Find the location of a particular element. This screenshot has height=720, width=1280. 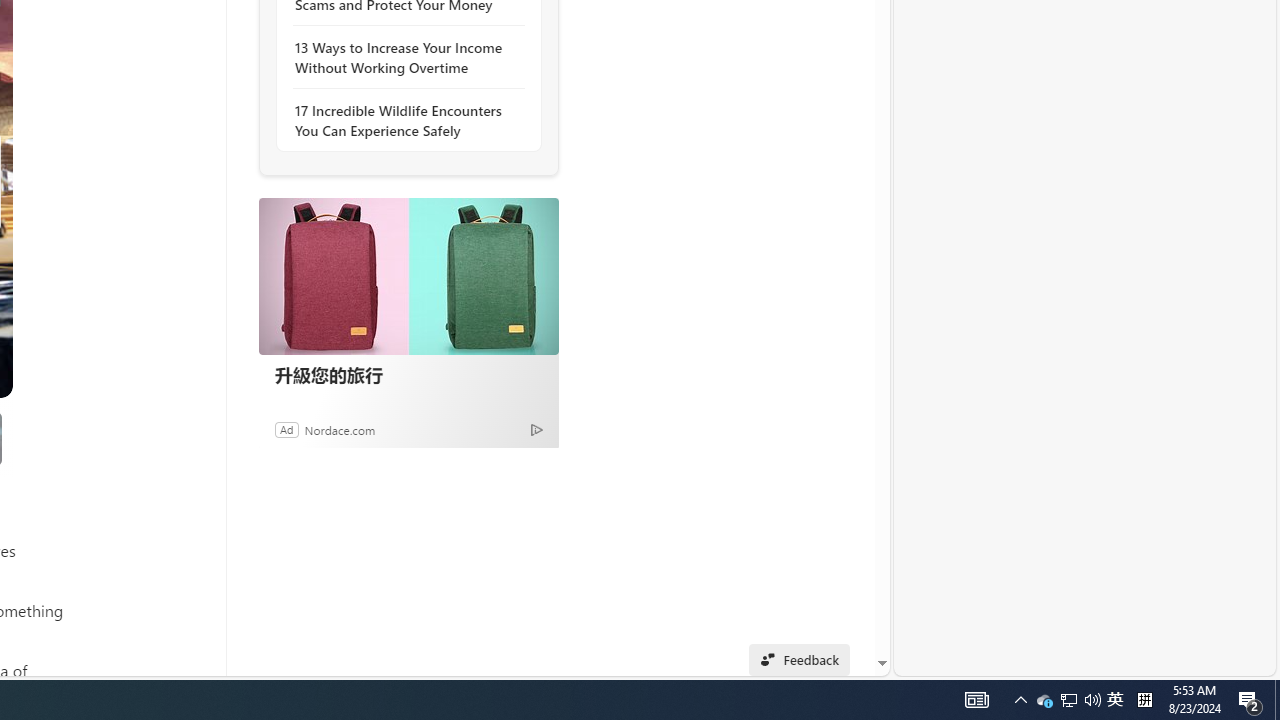

'Nordace.com' is located at coordinates (339, 428).